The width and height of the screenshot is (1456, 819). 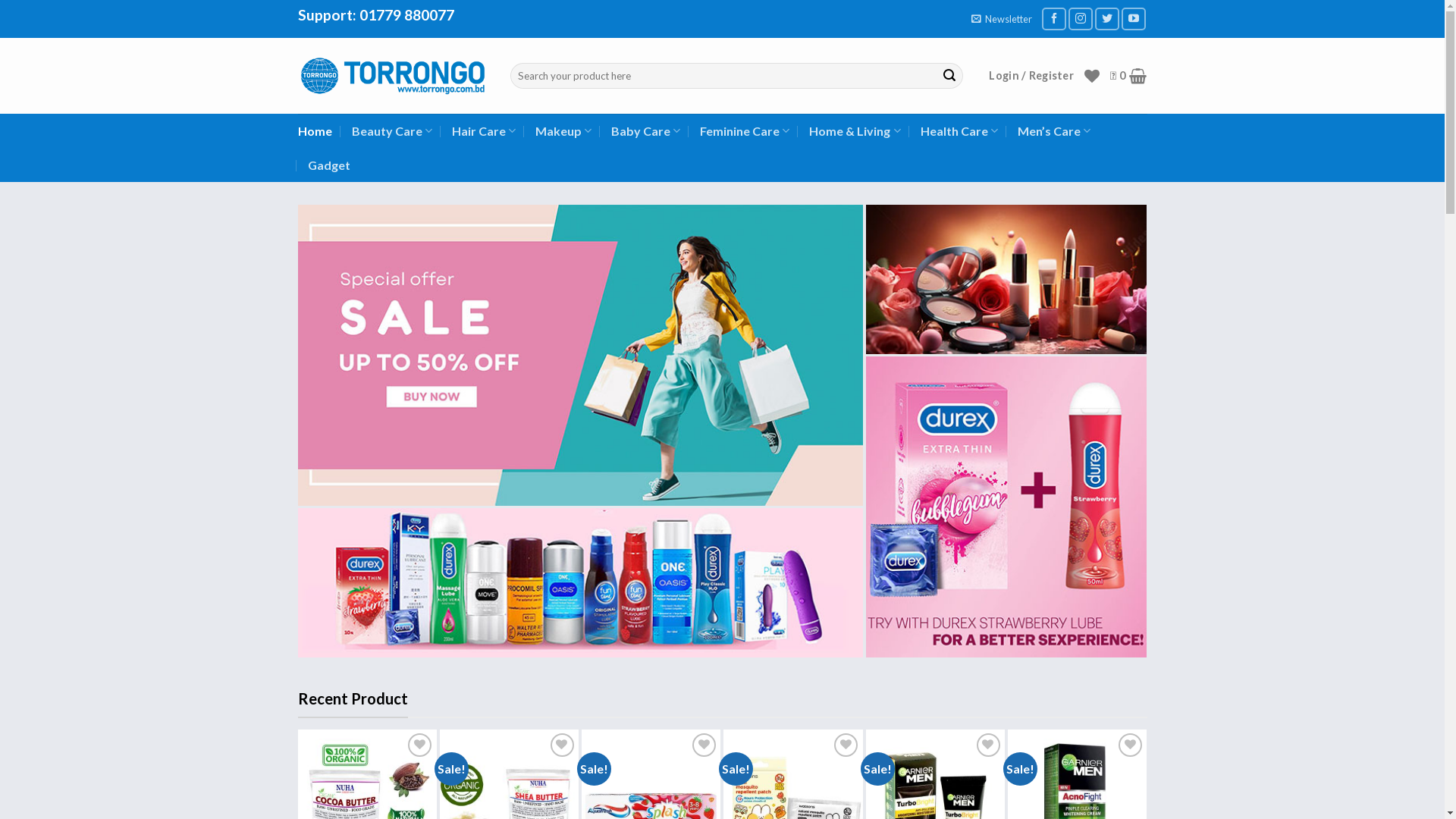 I want to click on 'Follow on Instagram', so click(x=1080, y=18).